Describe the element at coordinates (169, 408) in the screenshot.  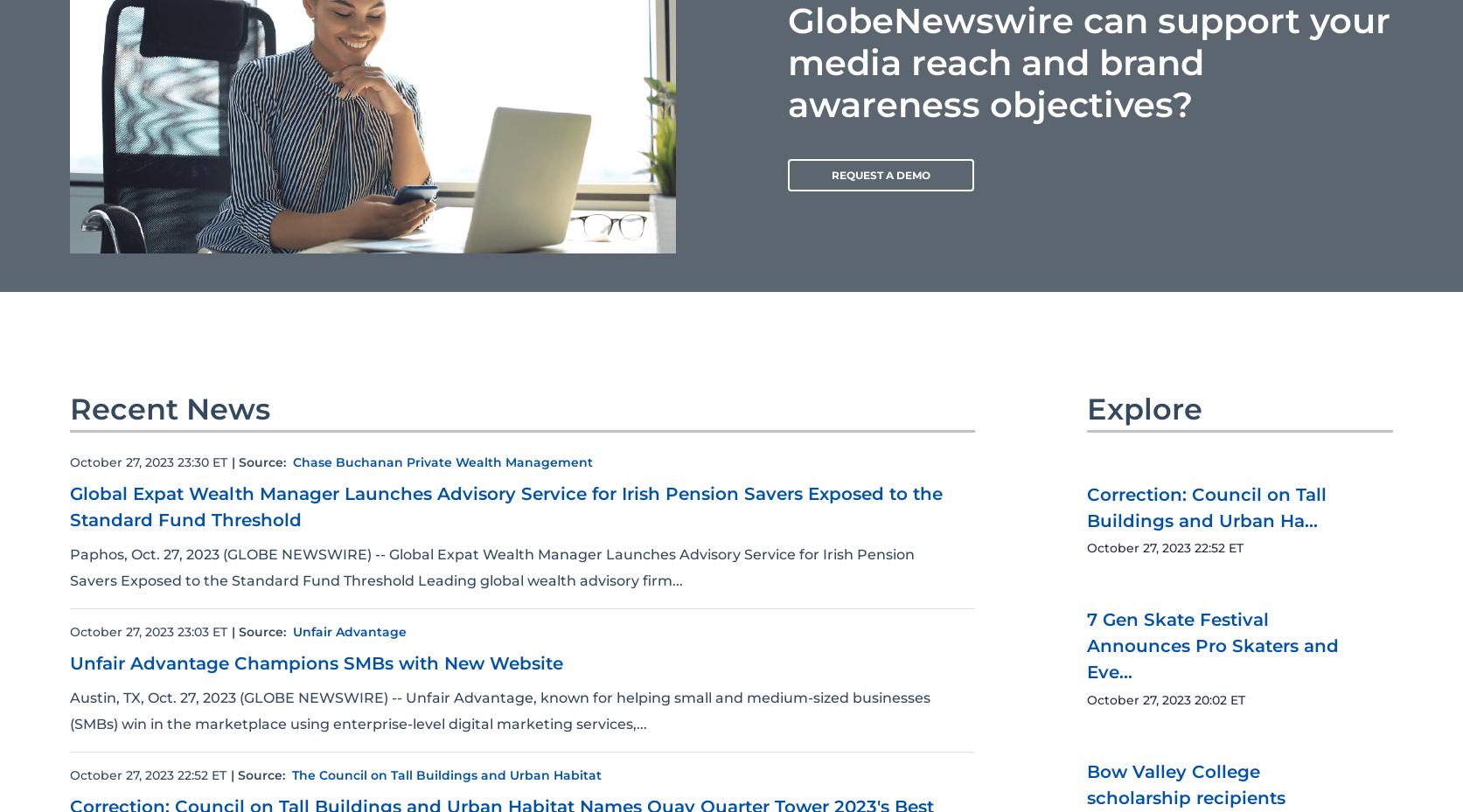
I see `'Recent News'` at that location.